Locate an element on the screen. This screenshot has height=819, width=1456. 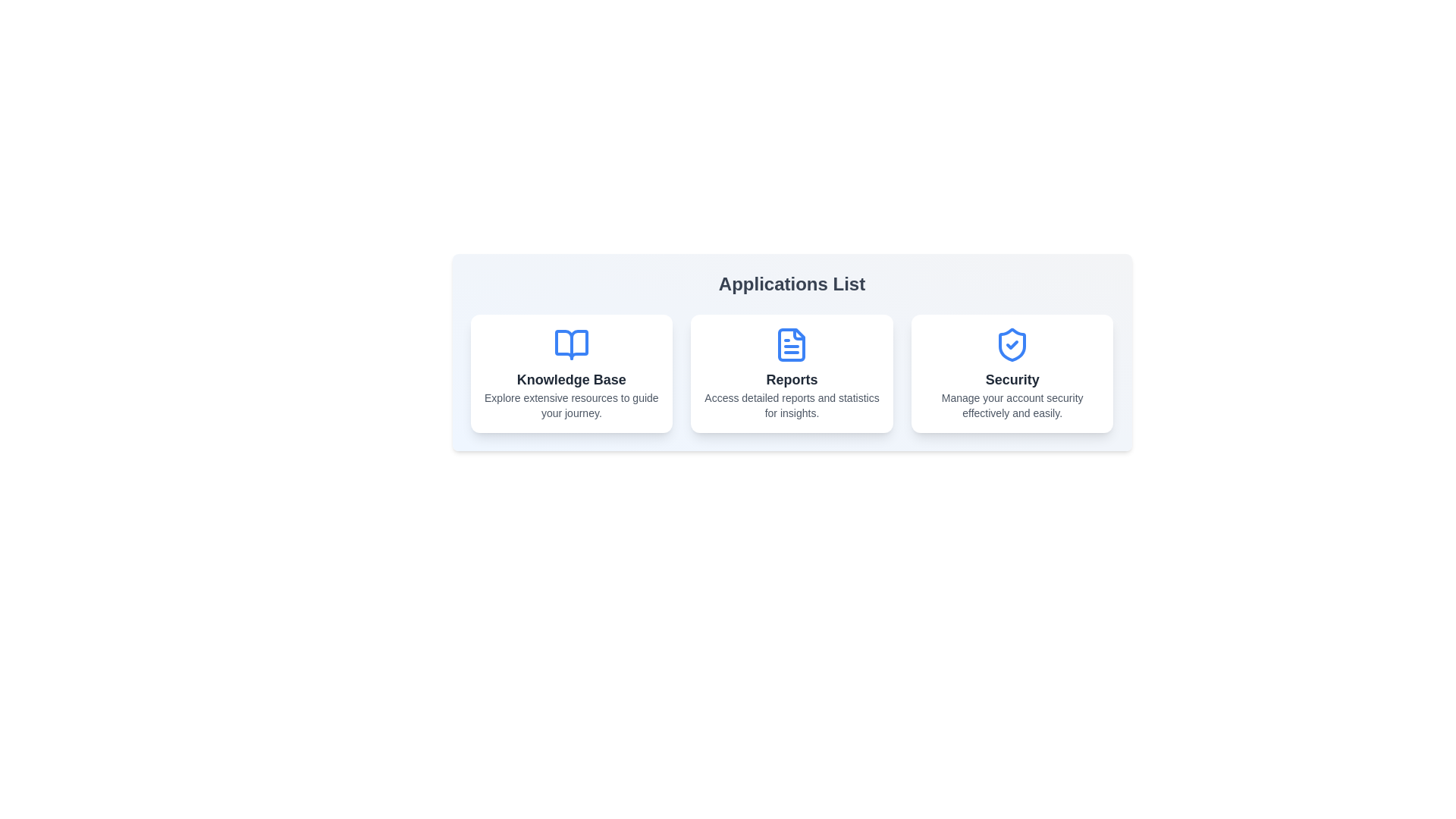
the card titled Knowledge Base to observe the hover effect is located at coordinates (570, 374).